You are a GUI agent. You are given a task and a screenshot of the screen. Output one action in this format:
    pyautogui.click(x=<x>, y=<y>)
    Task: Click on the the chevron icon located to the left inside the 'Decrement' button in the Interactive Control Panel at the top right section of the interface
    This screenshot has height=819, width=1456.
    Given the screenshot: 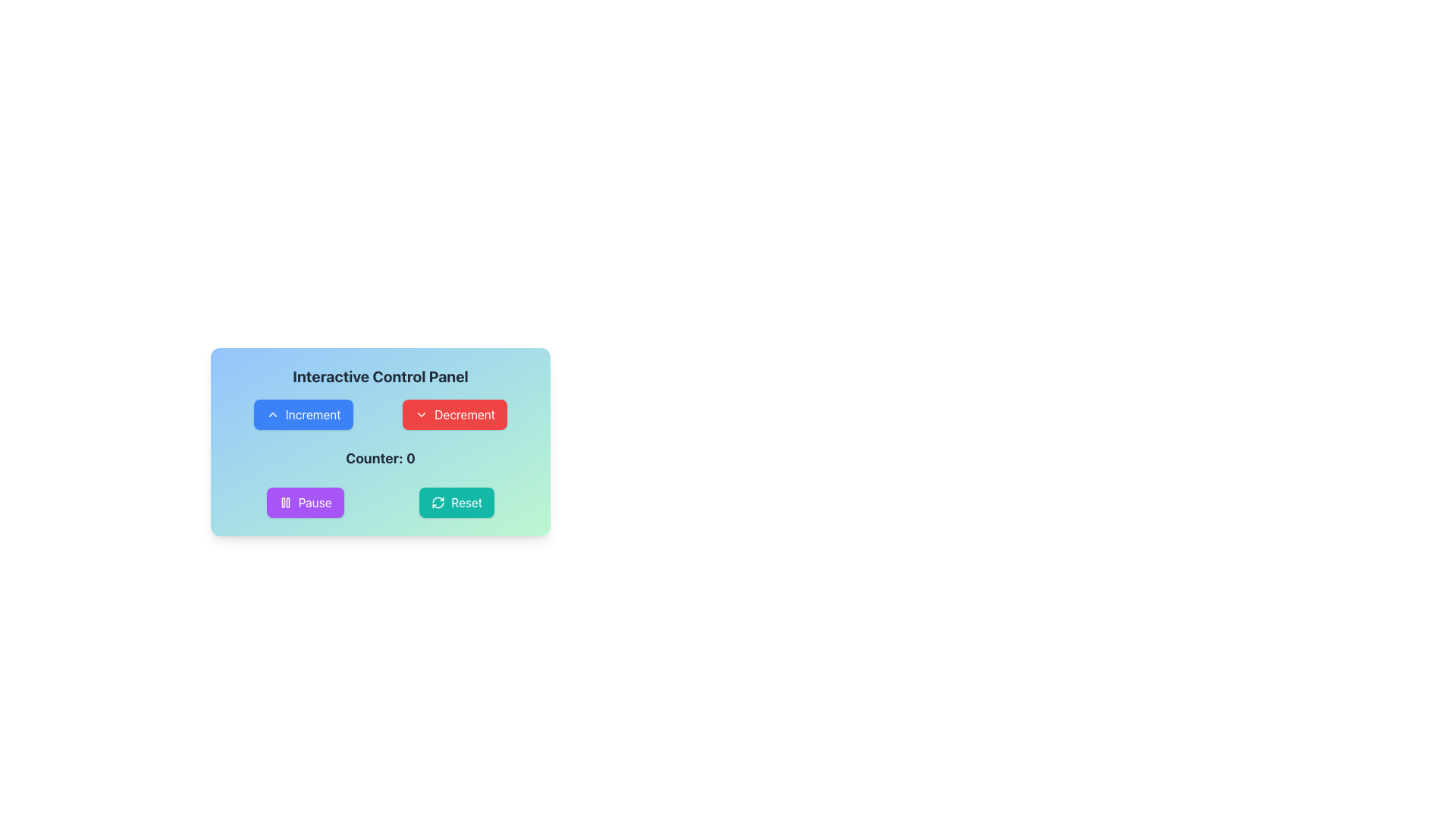 What is the action you would take?
    pyautogui.click(x=422, y=415)
    